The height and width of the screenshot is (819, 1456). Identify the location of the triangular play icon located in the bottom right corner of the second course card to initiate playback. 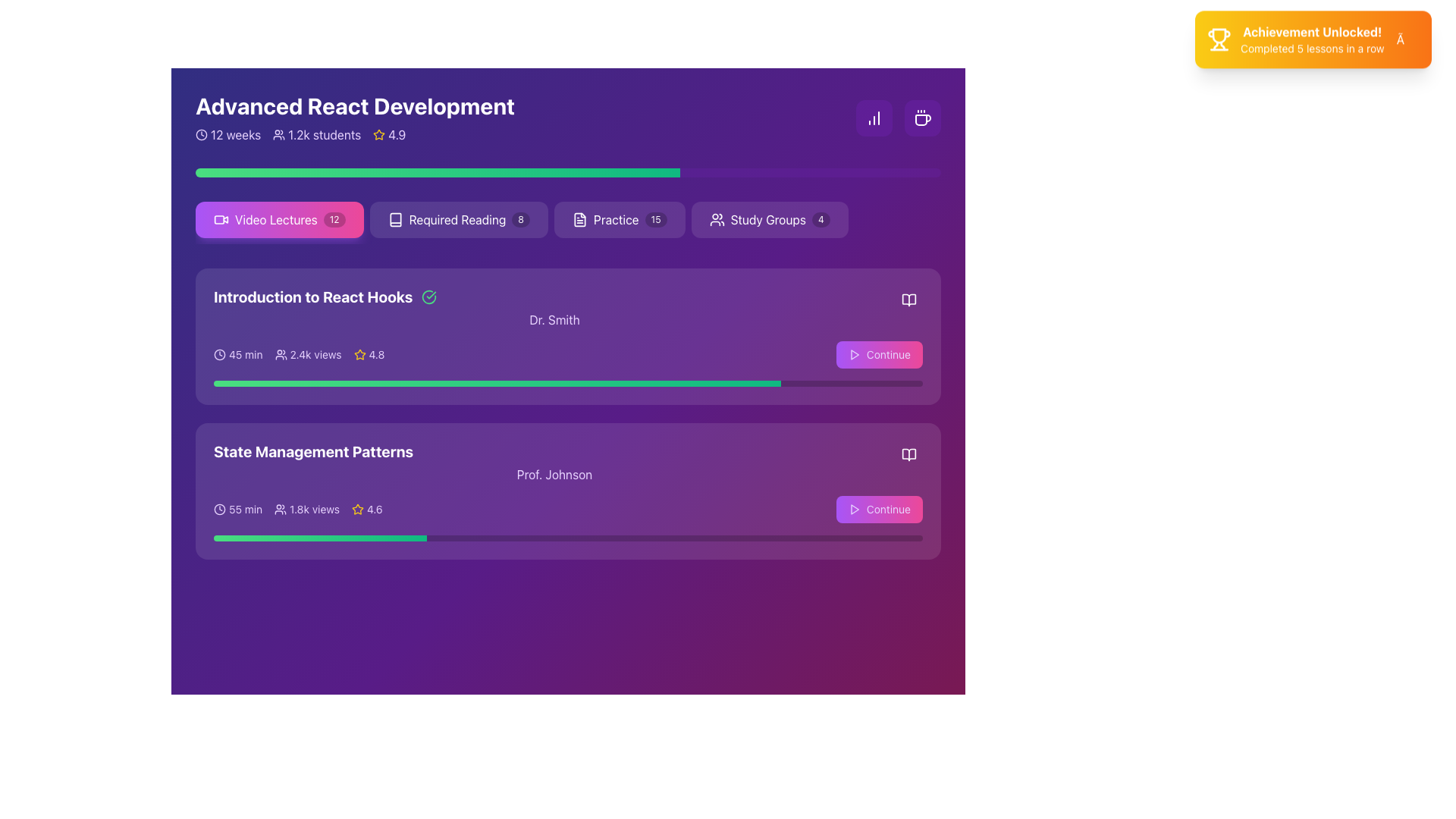
(855, 354).